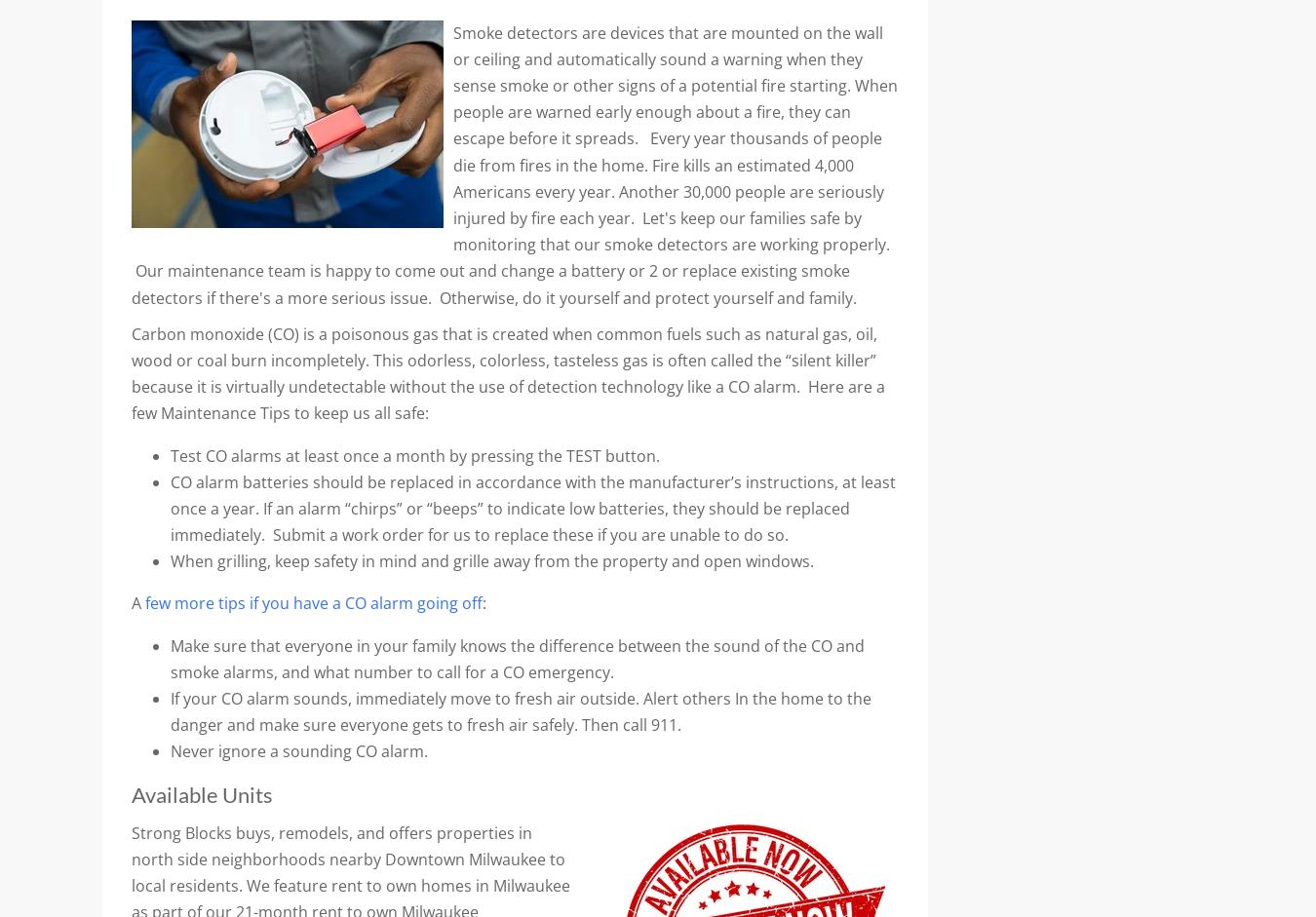  Describe the element at coordinates (300, 750) in the screenshot. I see `'Never ignore a sounding CO alarm.'` at that location.